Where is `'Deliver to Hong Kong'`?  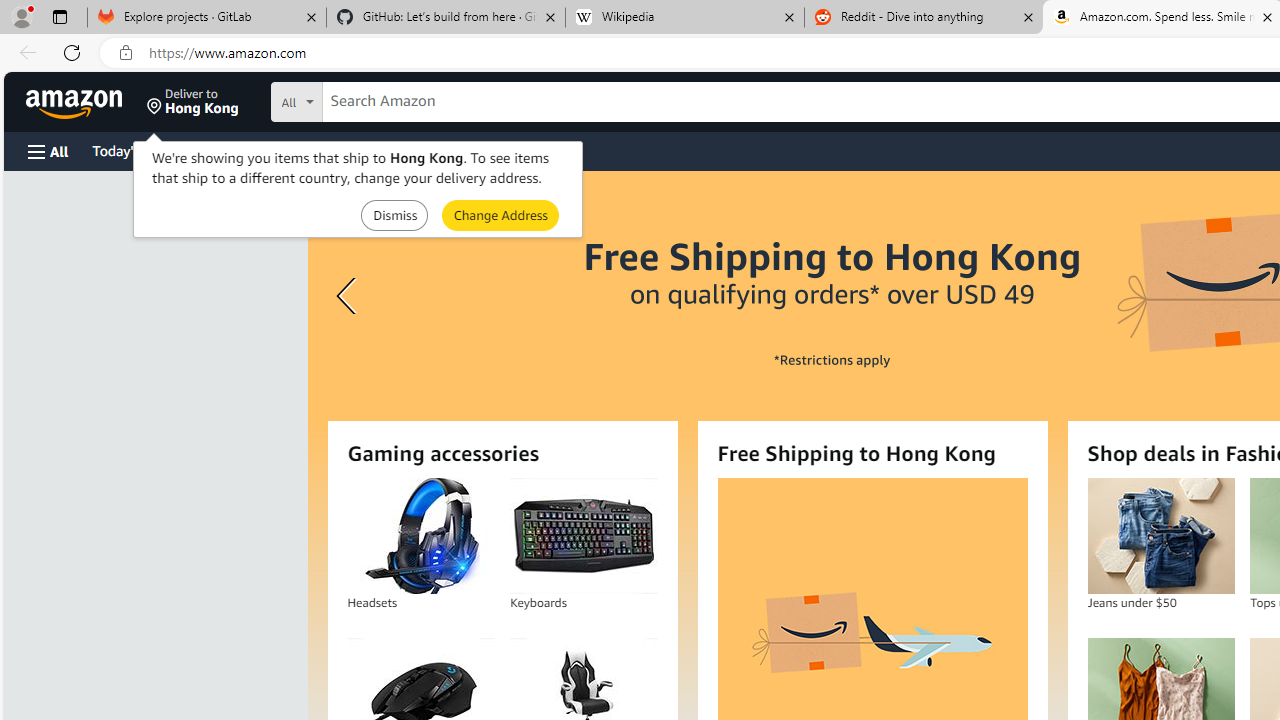 'Deliver to Hong Kong' is located at coordinates (193, 101).